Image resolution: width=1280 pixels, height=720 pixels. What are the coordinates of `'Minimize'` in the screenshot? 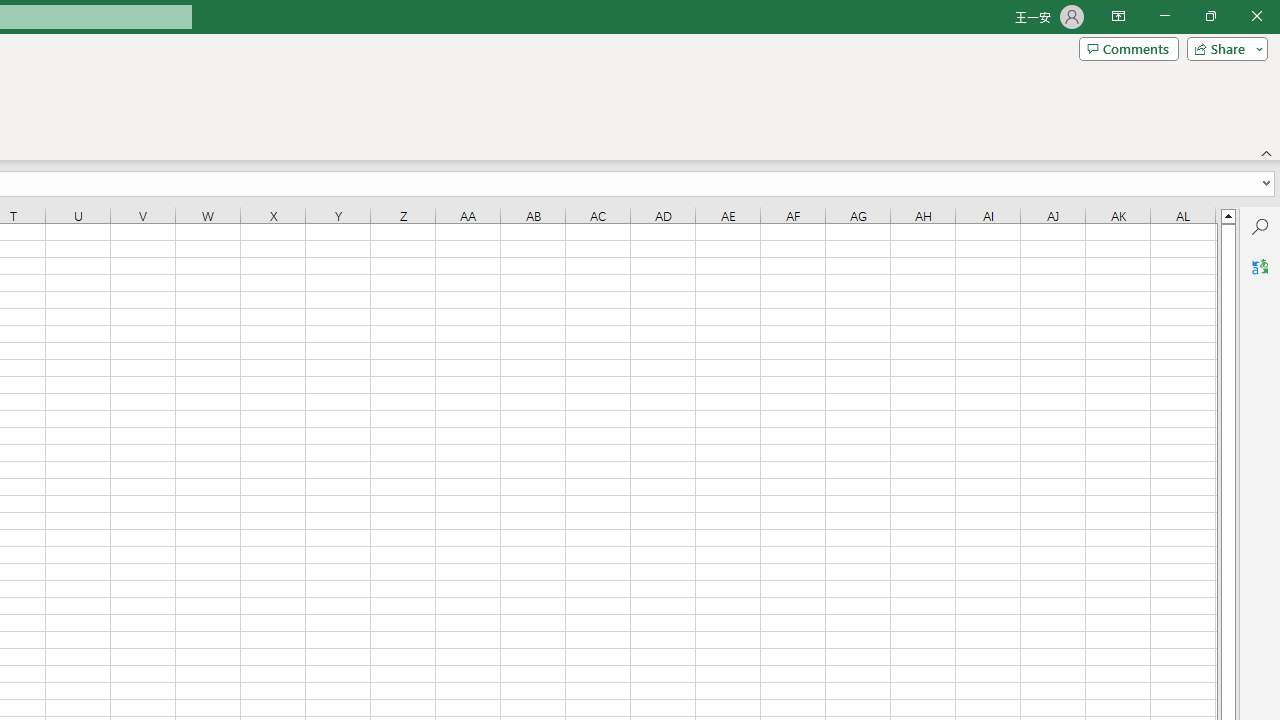 It's located at (1164, 16).